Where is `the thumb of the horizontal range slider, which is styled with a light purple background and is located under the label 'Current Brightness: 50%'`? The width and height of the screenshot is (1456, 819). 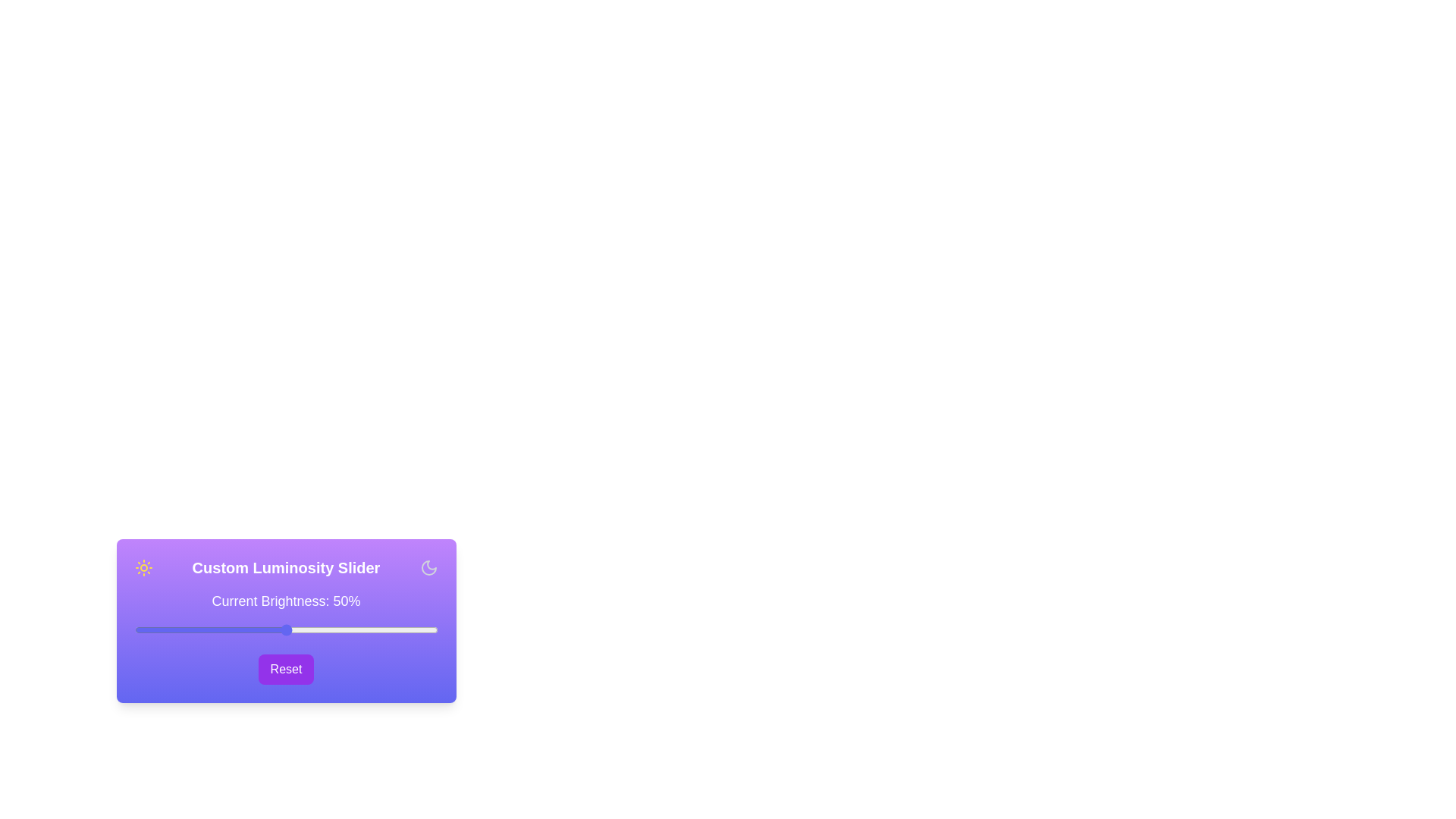
the thumb of the horizontal range slider, which is styled with a light purple background and is located under the label 'Current Brightness: 50%' is located at coordinates (286, 629).